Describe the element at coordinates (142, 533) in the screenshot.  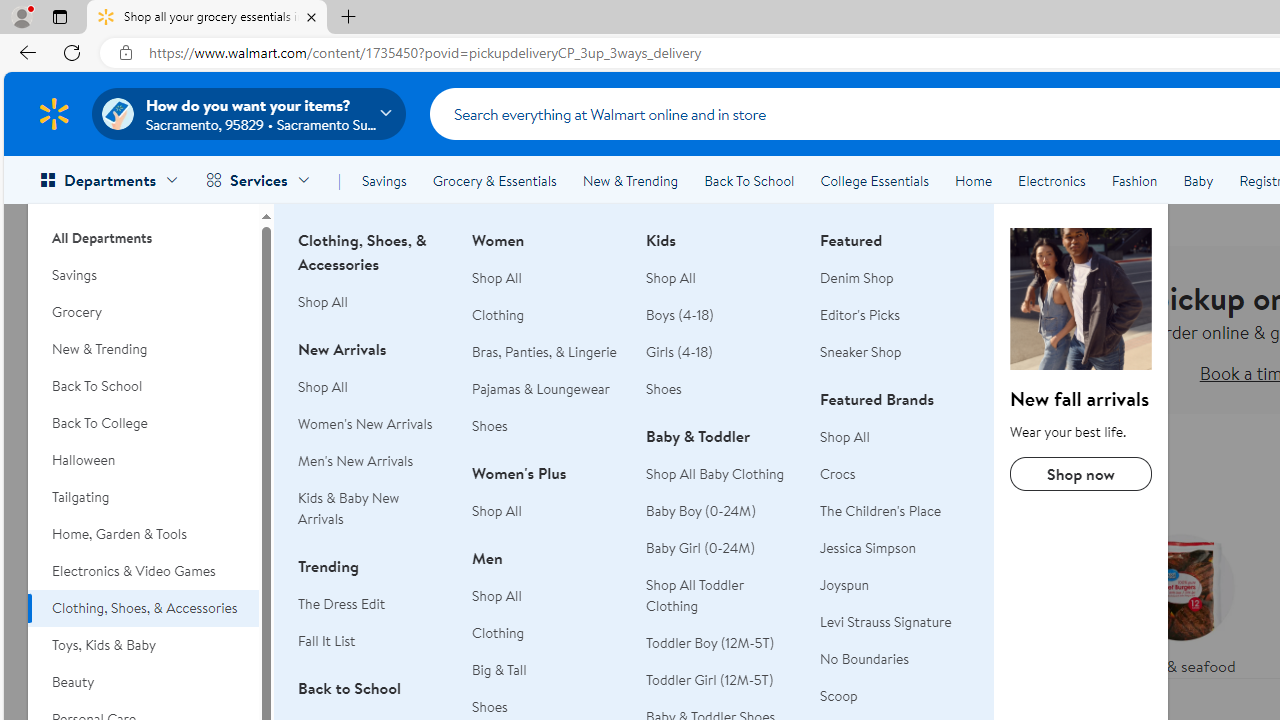
I see `'Home, Garden & Tools'` at that location.